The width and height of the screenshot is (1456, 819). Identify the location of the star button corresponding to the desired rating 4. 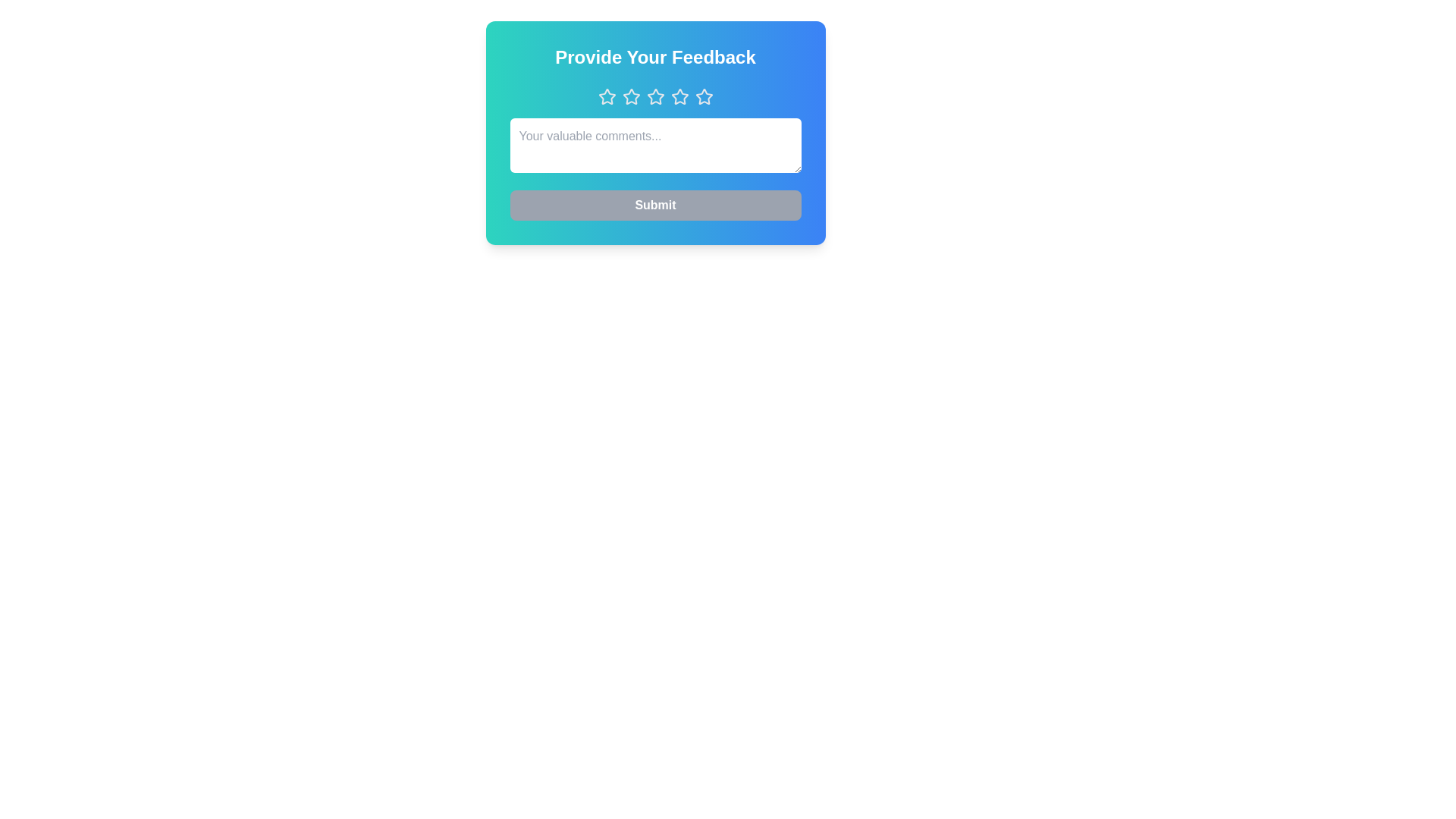
(679, 96).